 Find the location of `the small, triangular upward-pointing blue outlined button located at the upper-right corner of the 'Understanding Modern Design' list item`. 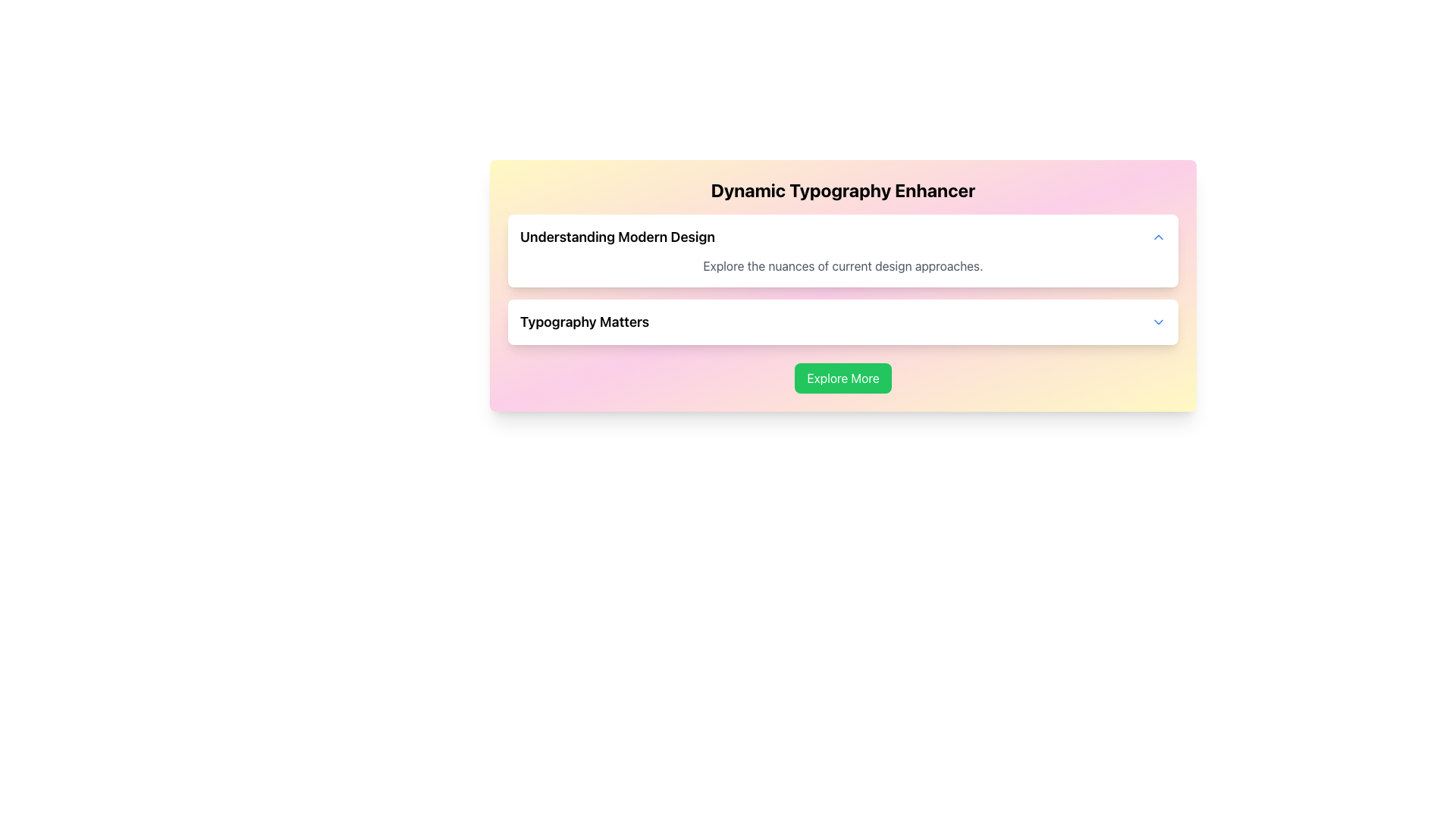

the small, triangular upward-pointing blue outlined button located at the upper-right corner of the 'Understanding Modern Design' list item is located at coordinates (1157, 237).